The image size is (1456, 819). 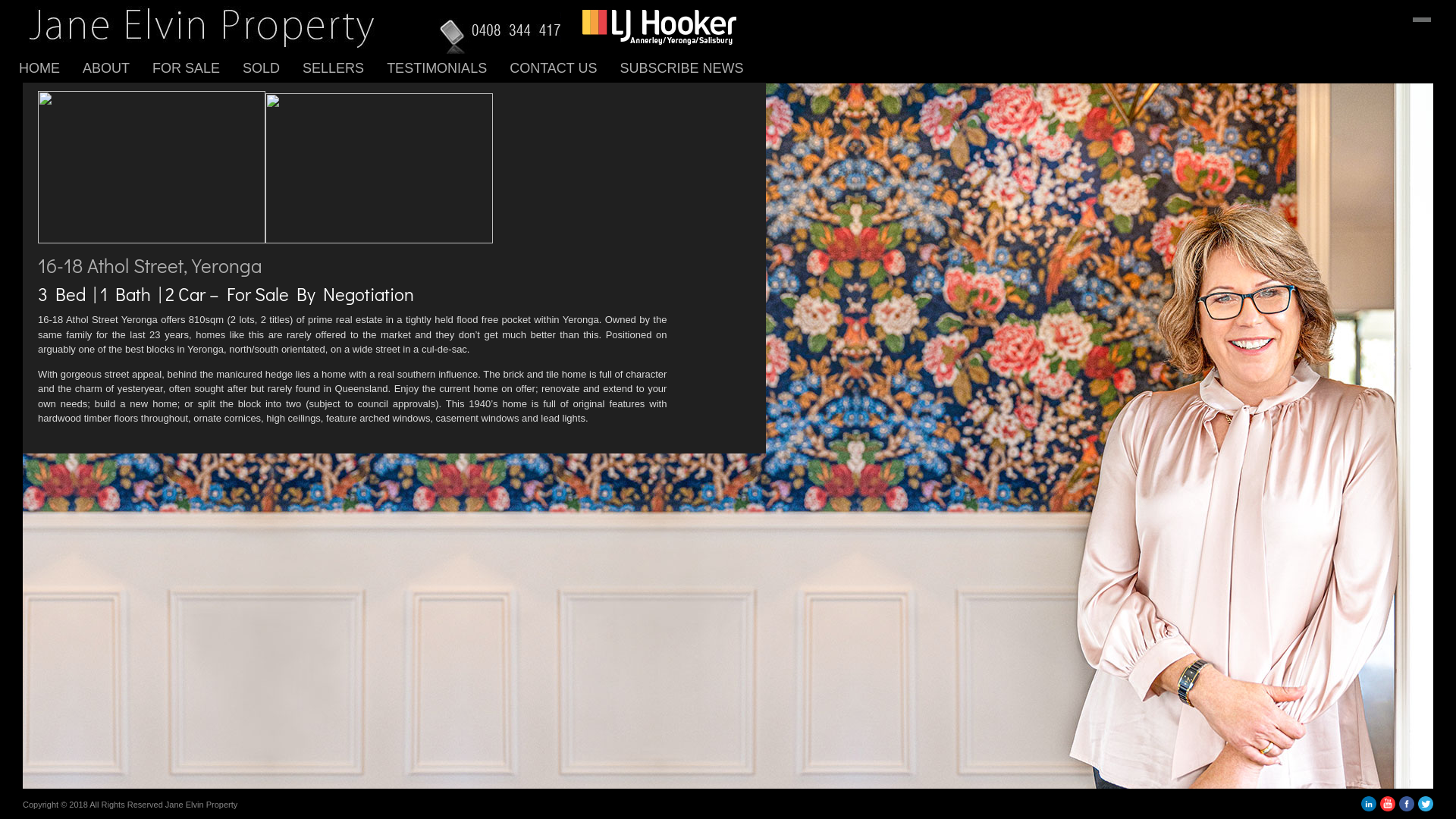 I want to click on 'TESTIMONIALS', so click(x=447, y=67).